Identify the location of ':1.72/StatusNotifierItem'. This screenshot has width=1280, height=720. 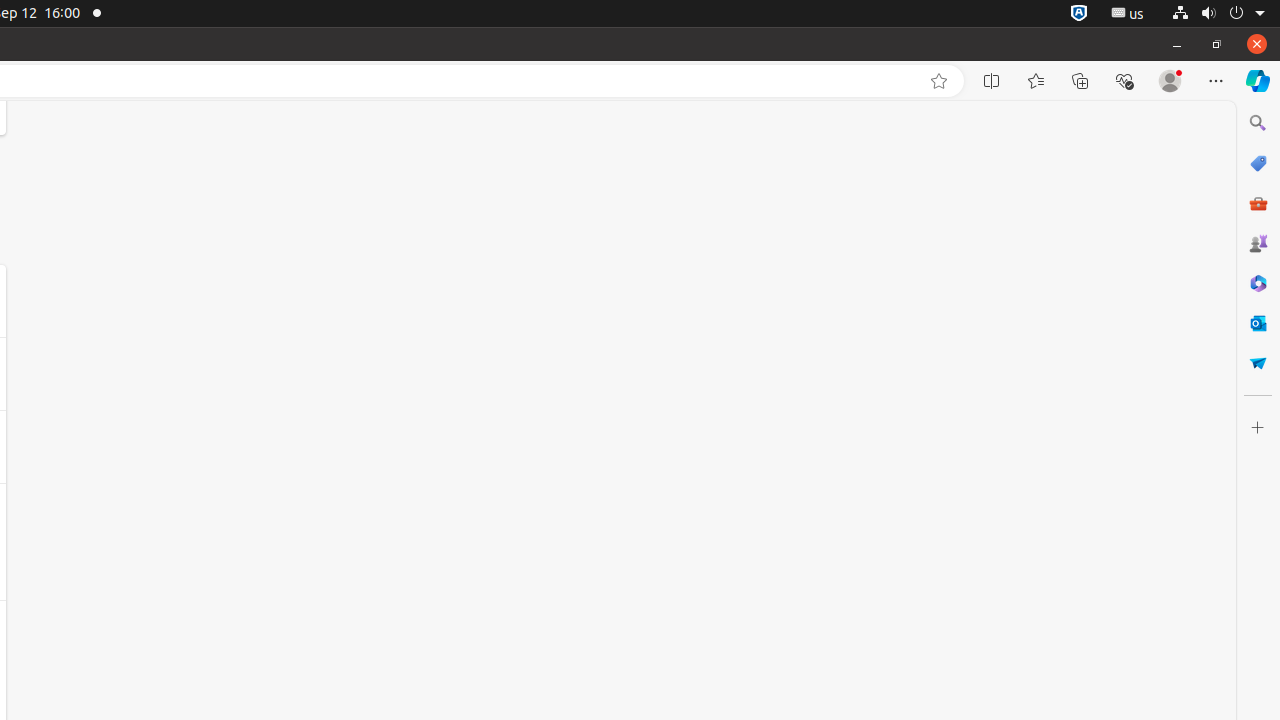
(1078, 13).